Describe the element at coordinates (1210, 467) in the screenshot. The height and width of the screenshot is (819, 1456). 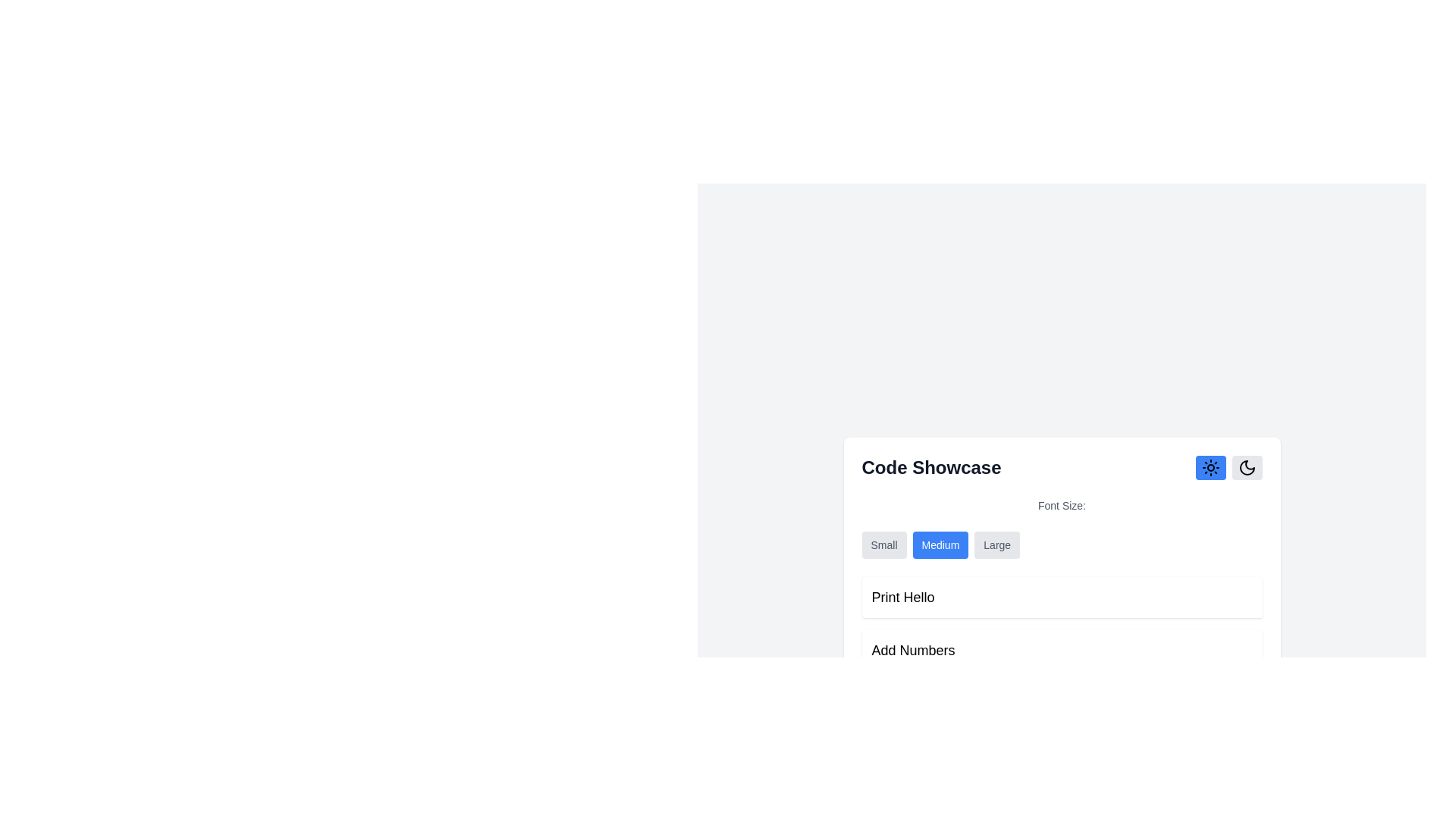
I see `the sun icon located on the right side of the 'Code Showcase' section` at that location.